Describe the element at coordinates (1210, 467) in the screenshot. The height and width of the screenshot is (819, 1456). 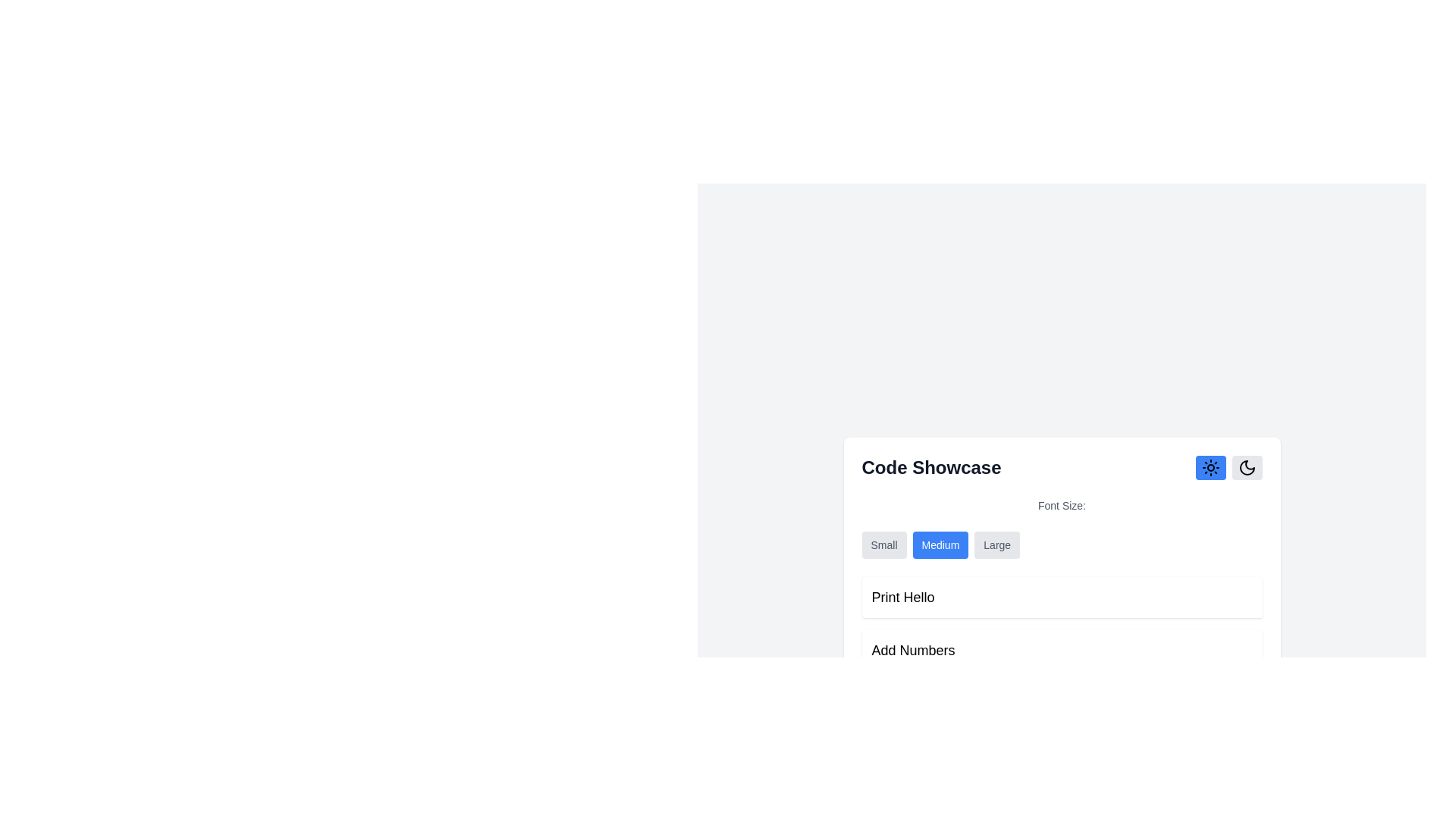
I see `the sun icon located on the right side of the 'Code Showcase' section` at that location.